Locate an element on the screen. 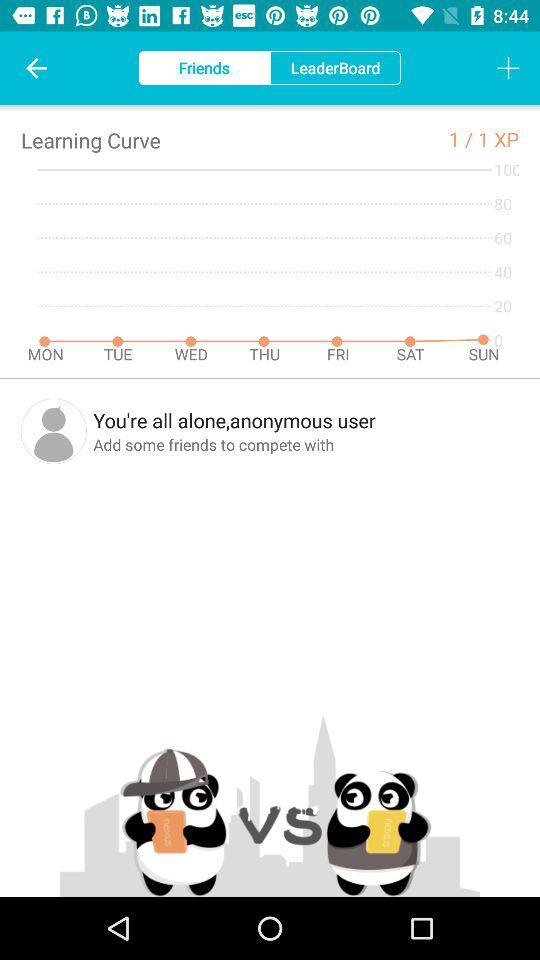  1 xp icon is located at coordinates (497, 138).